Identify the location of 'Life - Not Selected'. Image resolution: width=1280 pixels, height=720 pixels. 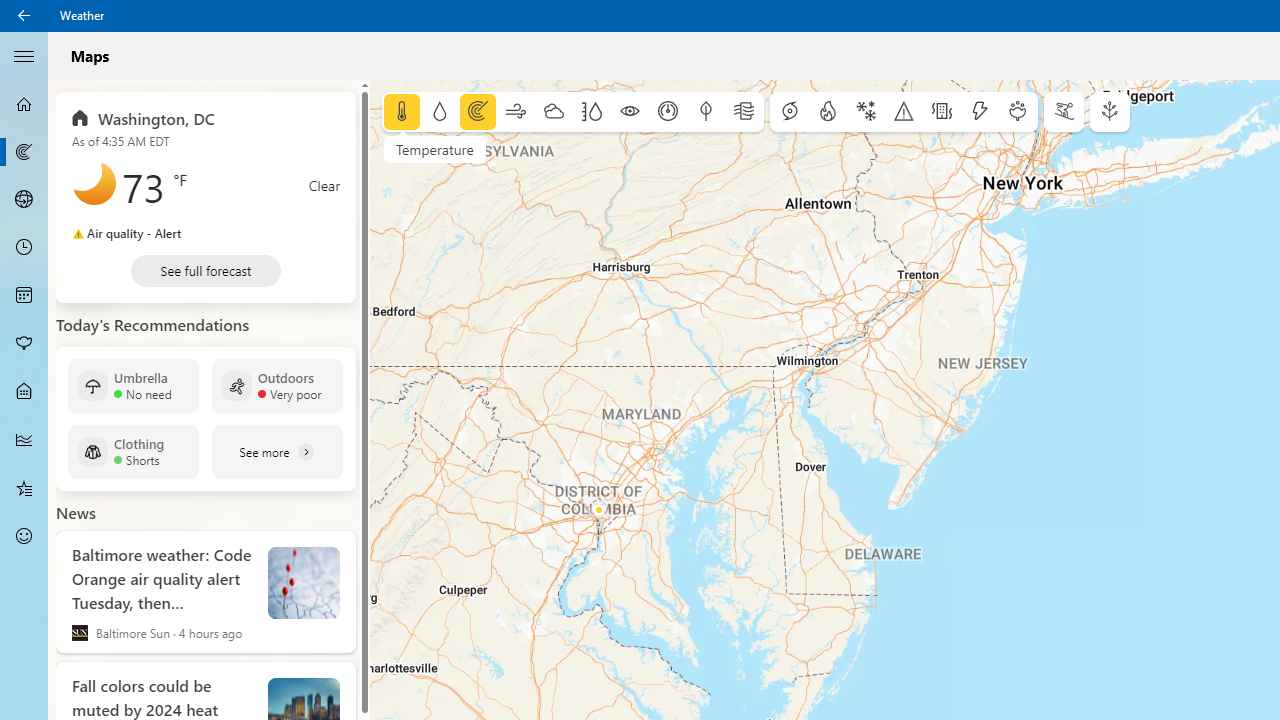
(24, 392).